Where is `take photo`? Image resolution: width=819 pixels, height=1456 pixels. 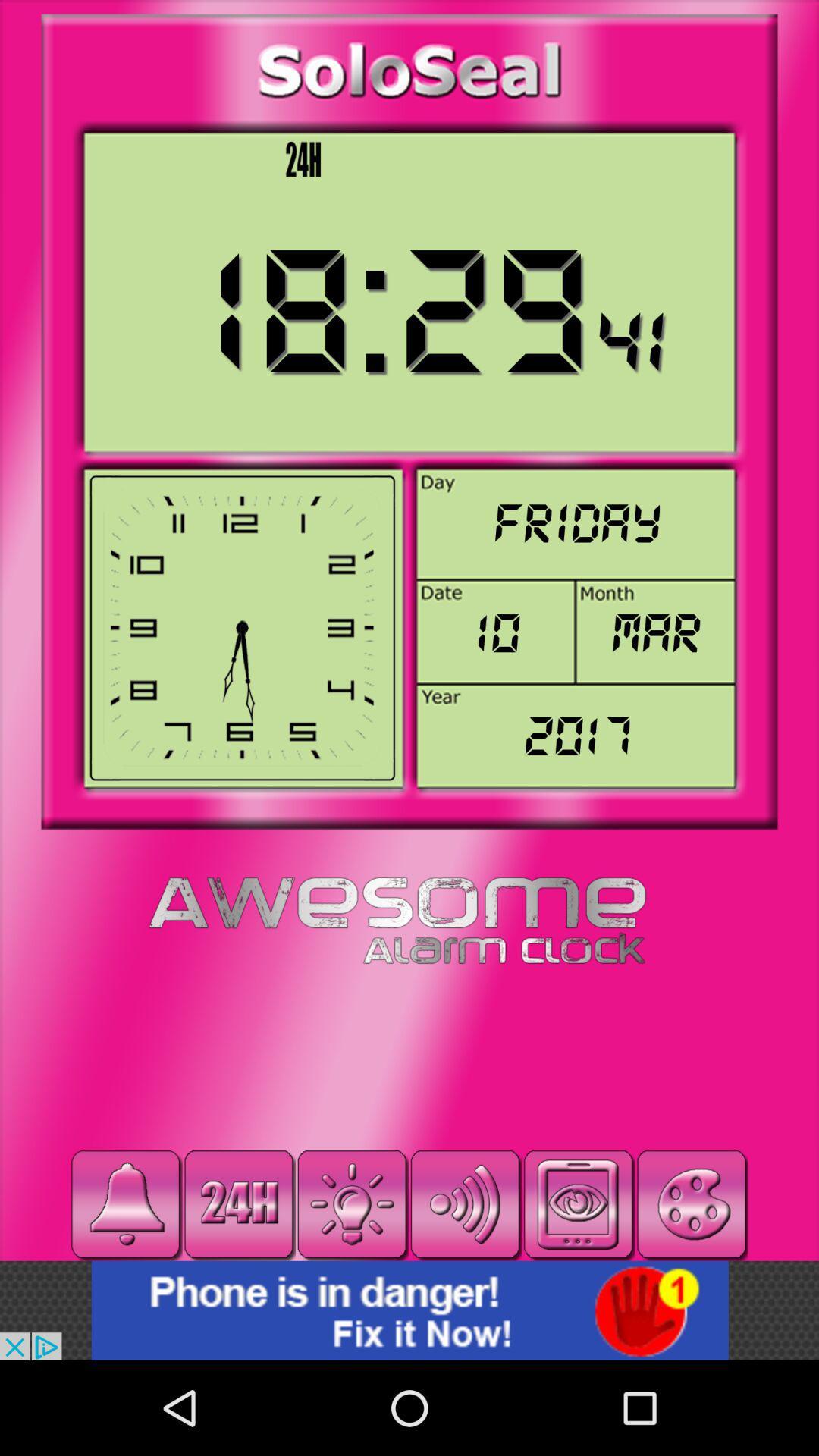
take photo is located at coordinates (579, 1203).